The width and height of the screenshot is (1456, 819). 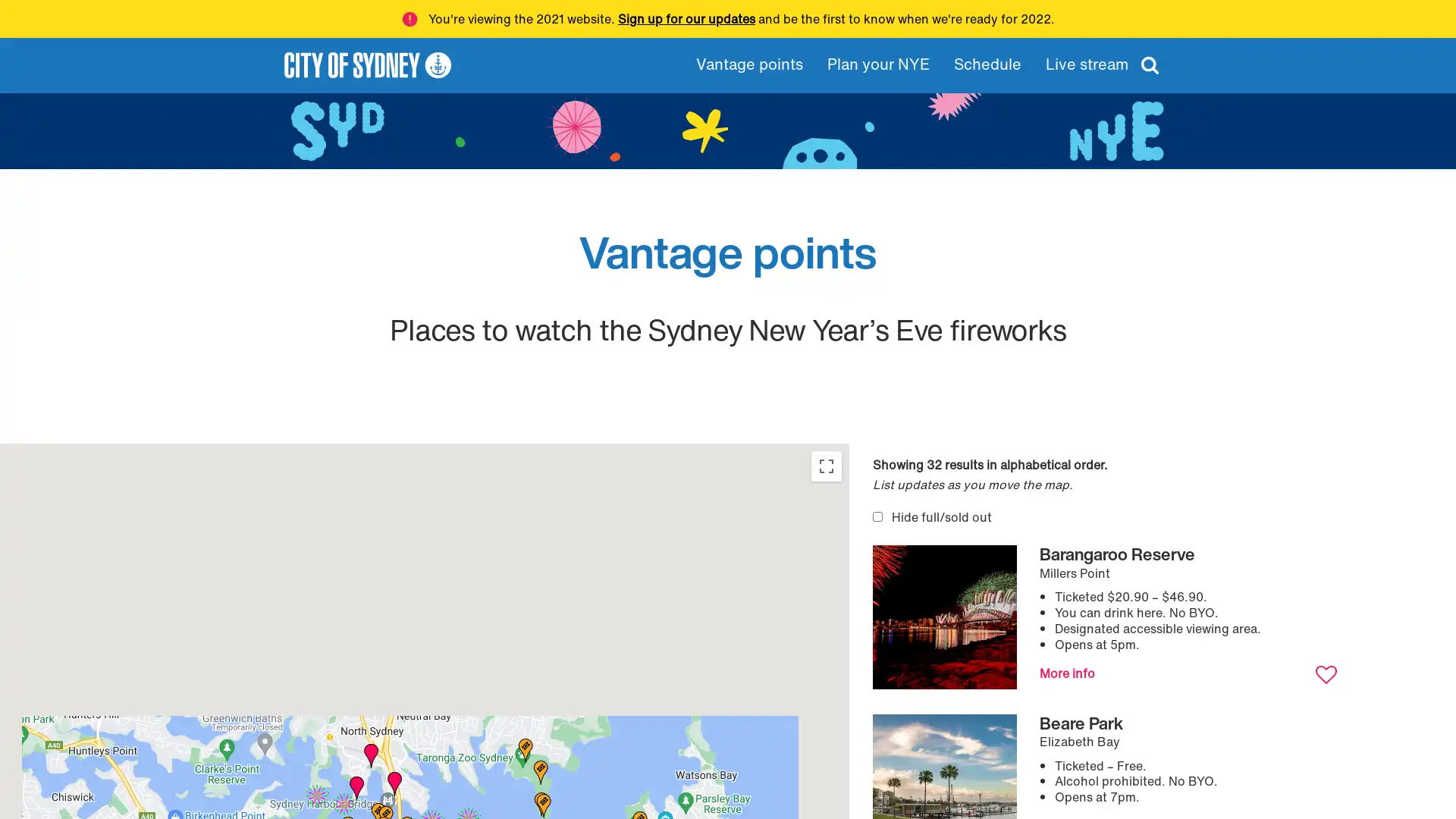 I want to click on Toggle fullscreen view, so click(x=825, y=488).